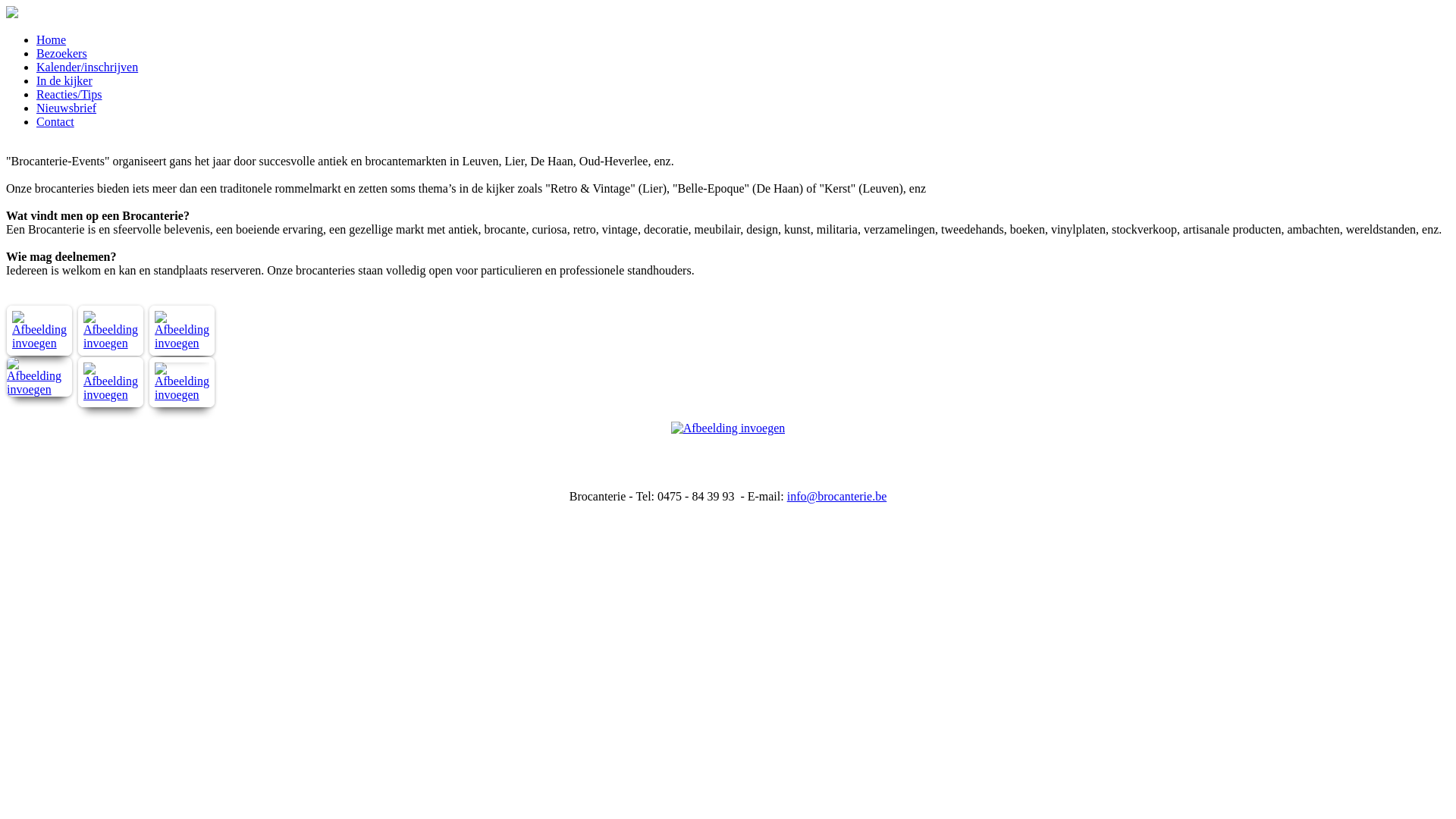 The height and width of the screenshot is (819, 1456). What do you see at coordinates (51, 39) in the screenshot?
I see `'Home'` at bounding box center [51, 39].